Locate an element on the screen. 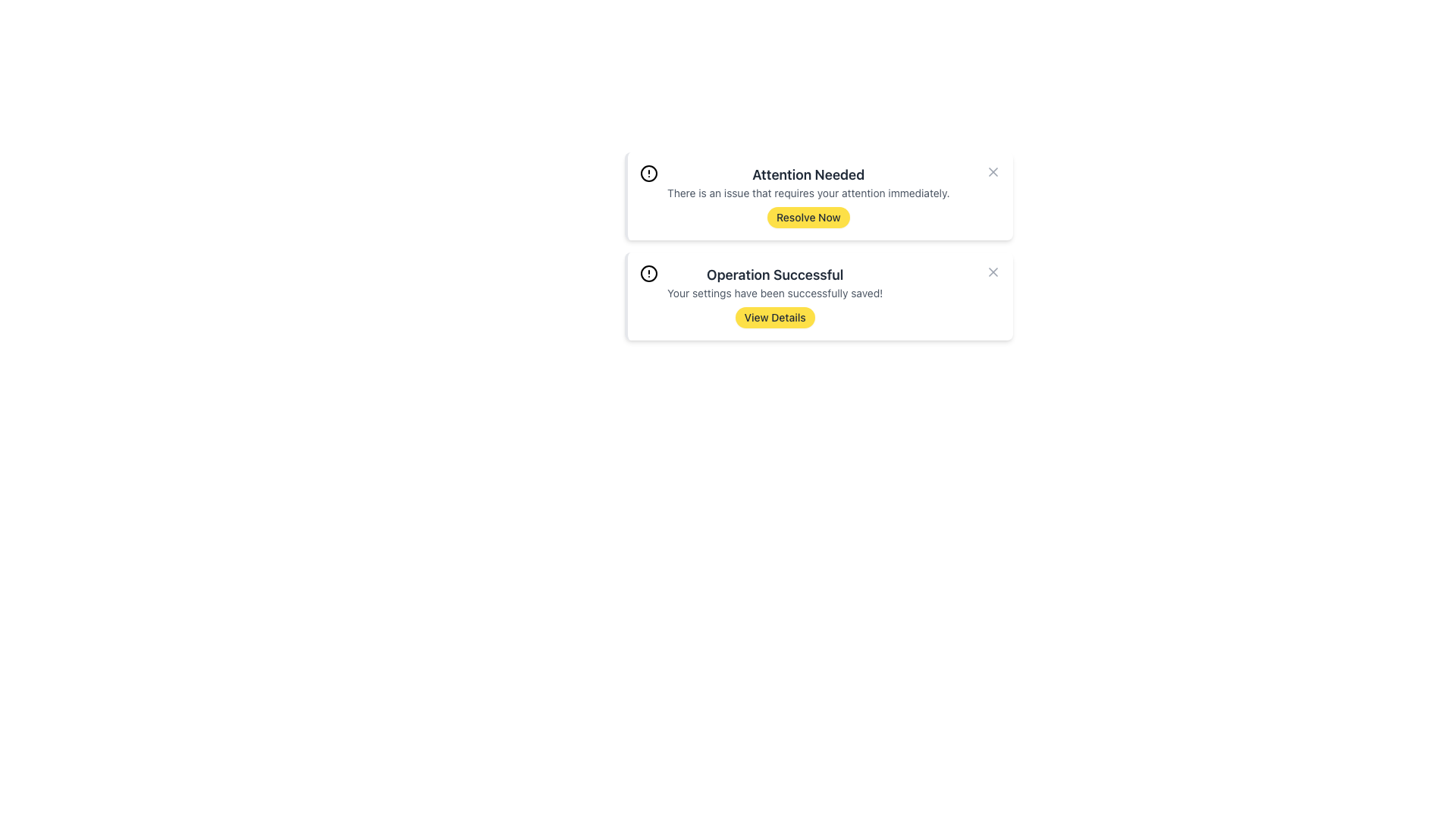 The width and height of the screenshot is (1456, 819). the 'View Details' button with a yellow background and rounded corners located in the notification card labeled 'Operation Successful' is located at coordinates (775, 317).